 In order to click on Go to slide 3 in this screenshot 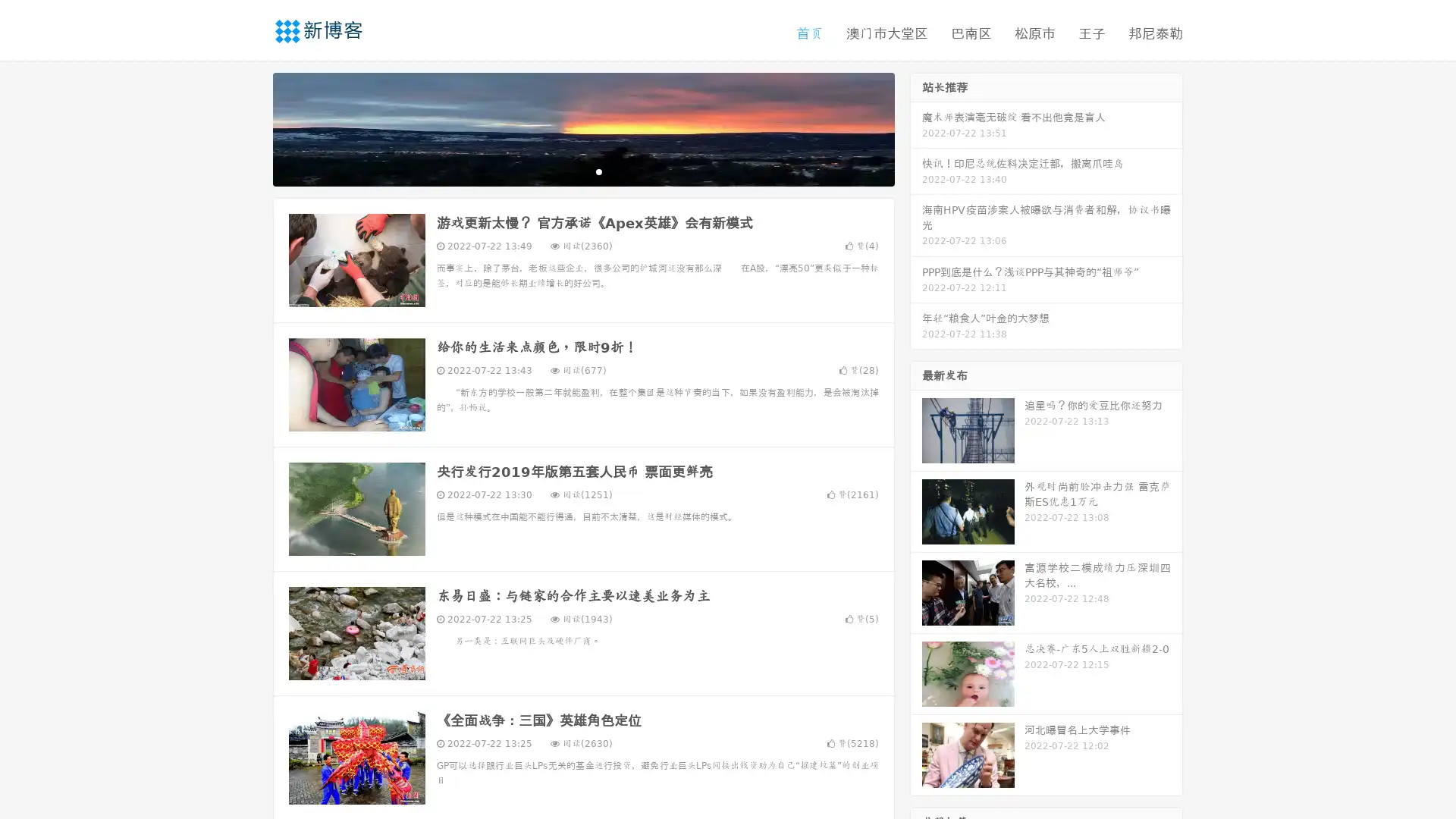, I will do `click(598, 171)`.